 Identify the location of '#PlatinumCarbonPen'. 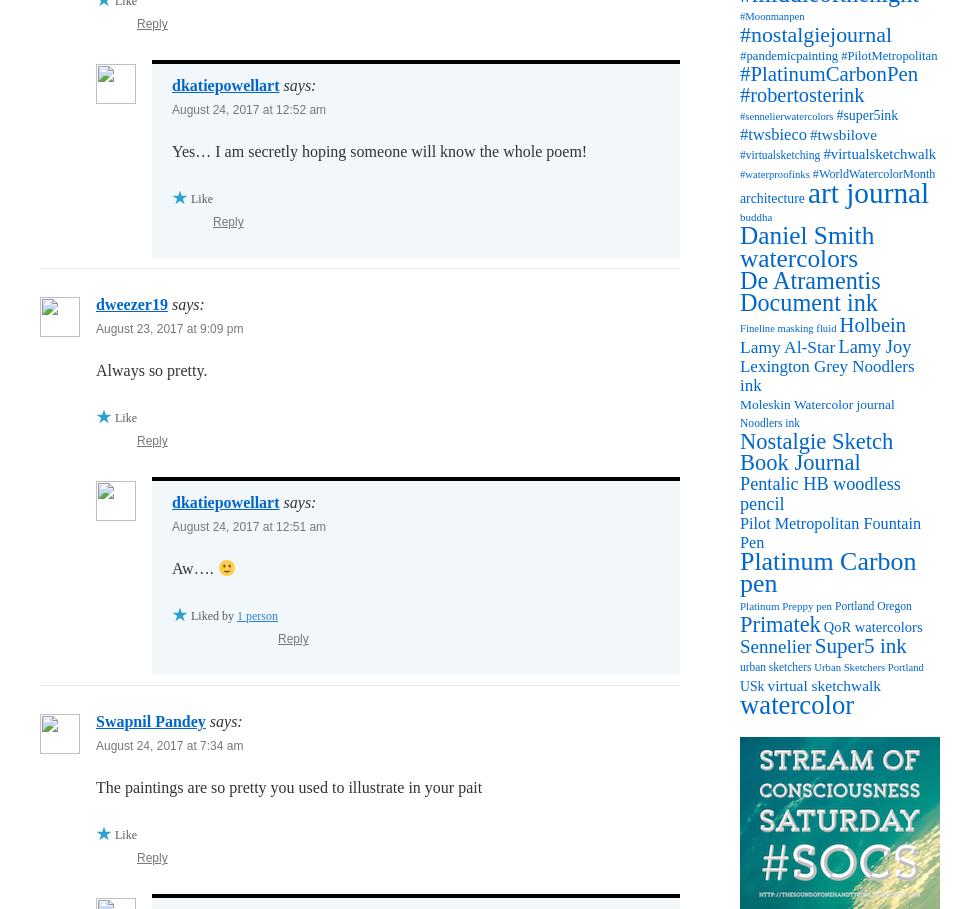
(828, 72).